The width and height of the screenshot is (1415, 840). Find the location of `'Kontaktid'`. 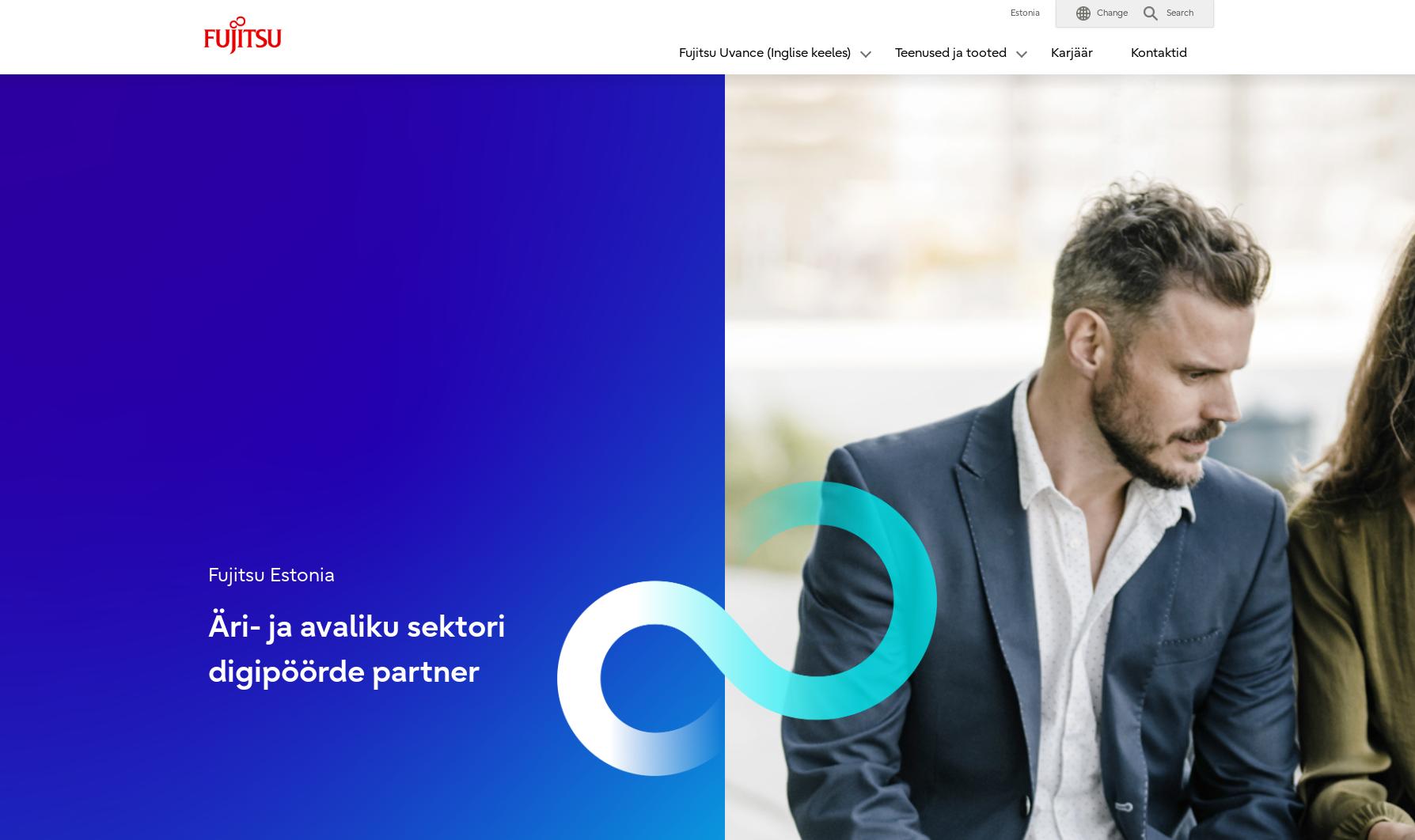

'Kontaktid' is located at coordinates (1159, 53).